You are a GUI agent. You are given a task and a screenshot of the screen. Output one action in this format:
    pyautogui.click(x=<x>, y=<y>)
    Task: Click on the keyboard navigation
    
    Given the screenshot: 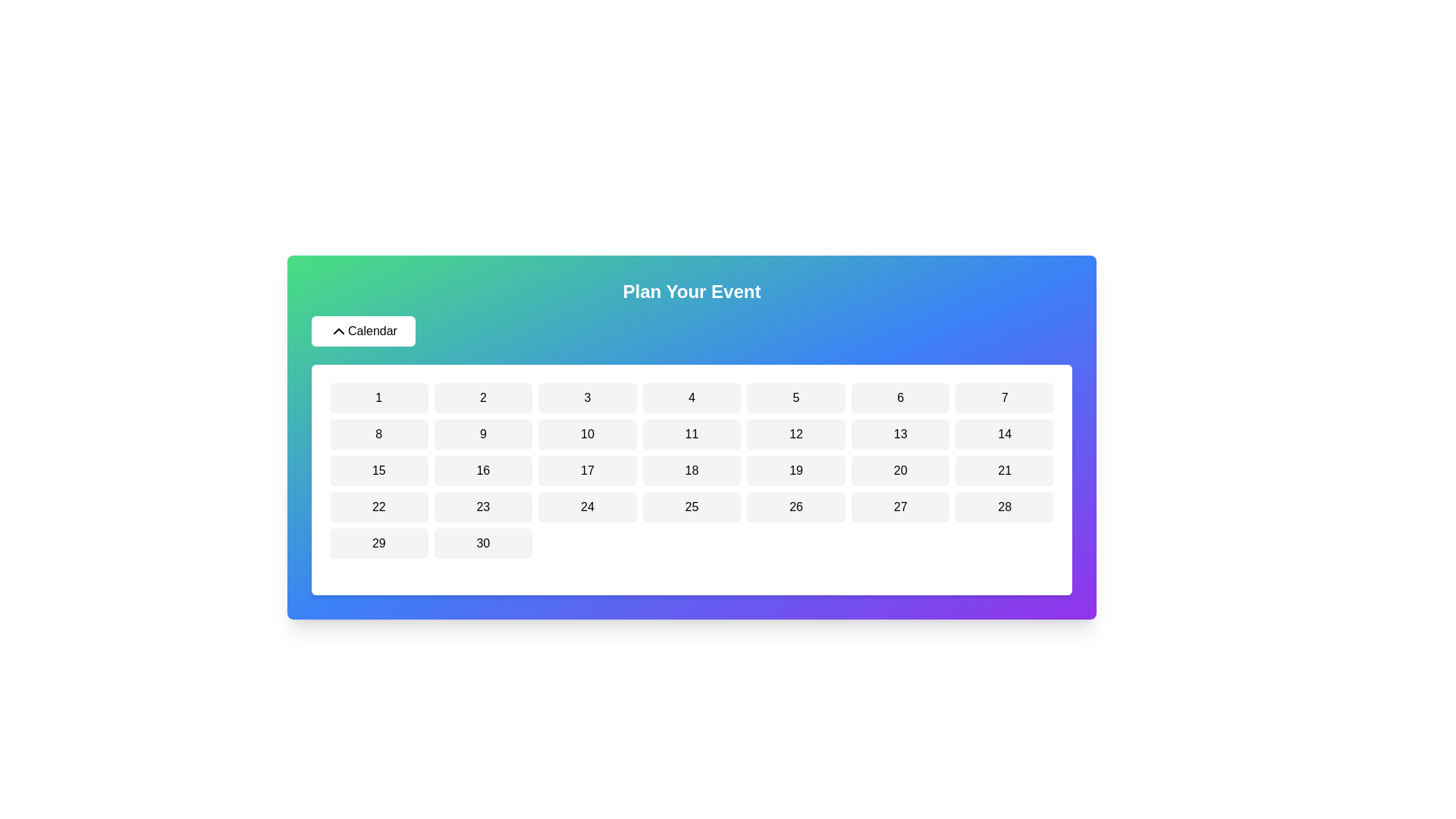 What is the action you would take?
    pyautogui.click(x=691, y=507)
    